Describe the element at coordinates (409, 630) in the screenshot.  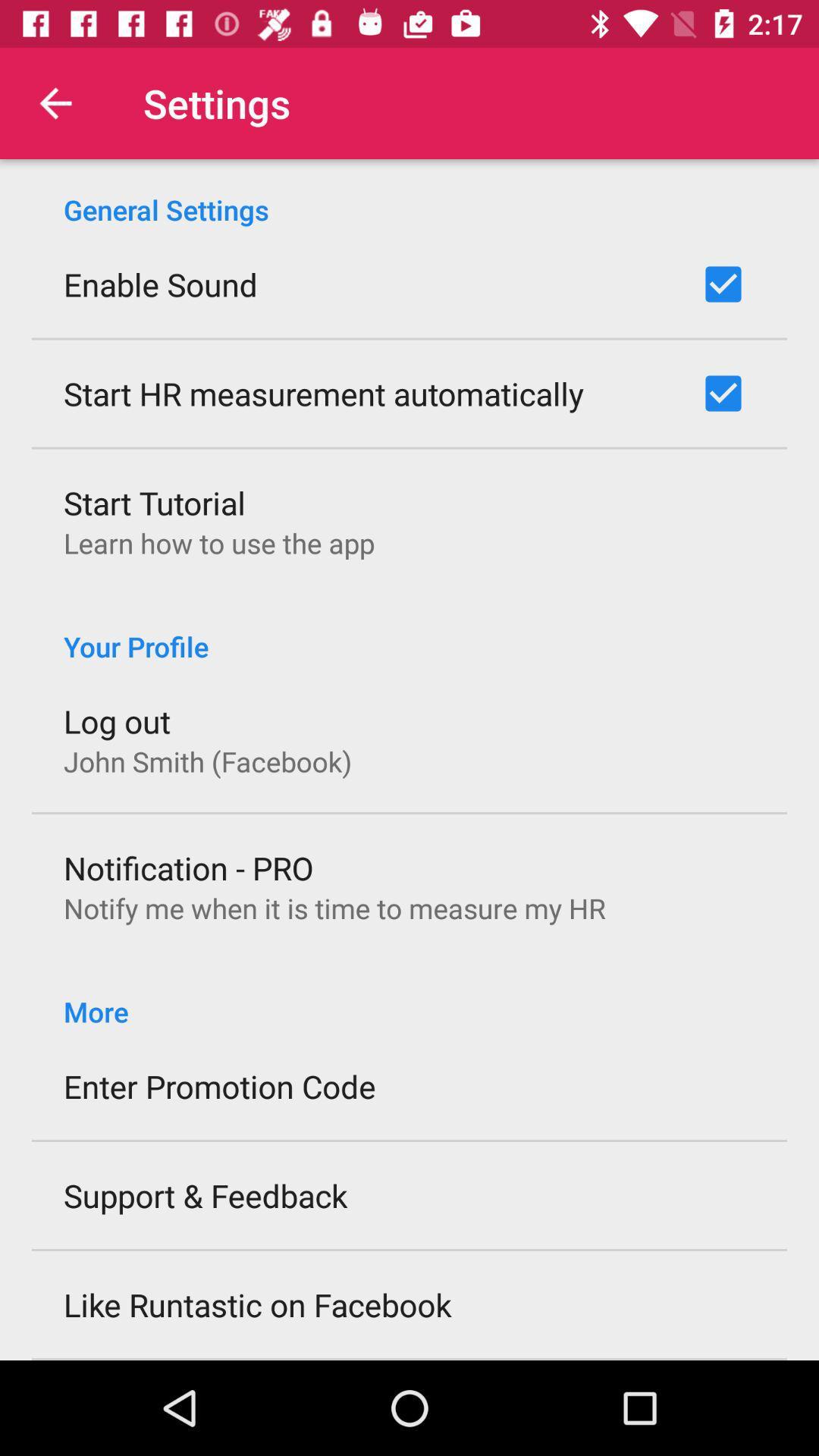
I see `your profile icon` at that location.